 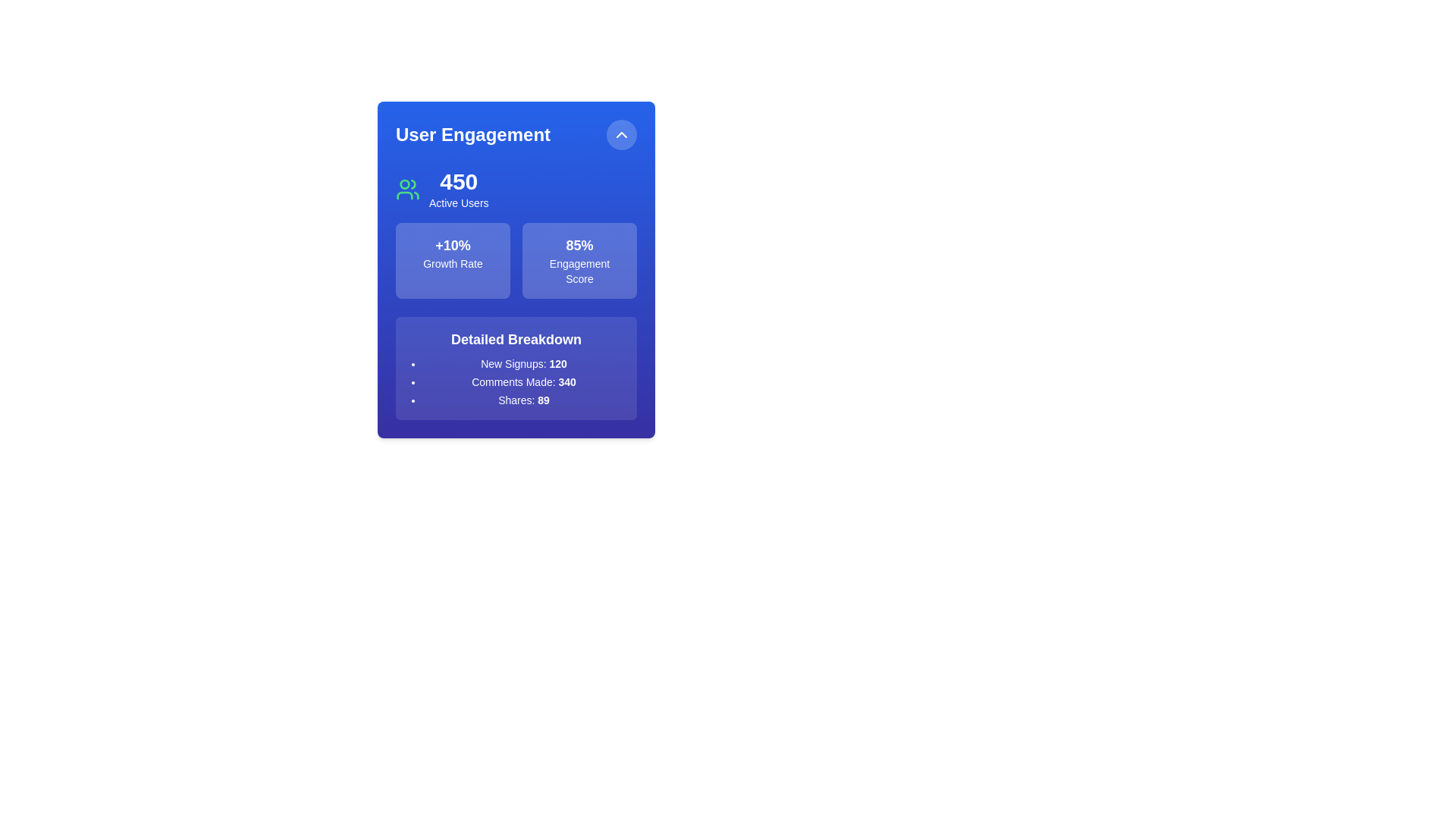 I want to click on the user icon visually representing '450 Active Users' which is located to the left of the text in the 'User Engagement' card, so click(x=407, y=189).